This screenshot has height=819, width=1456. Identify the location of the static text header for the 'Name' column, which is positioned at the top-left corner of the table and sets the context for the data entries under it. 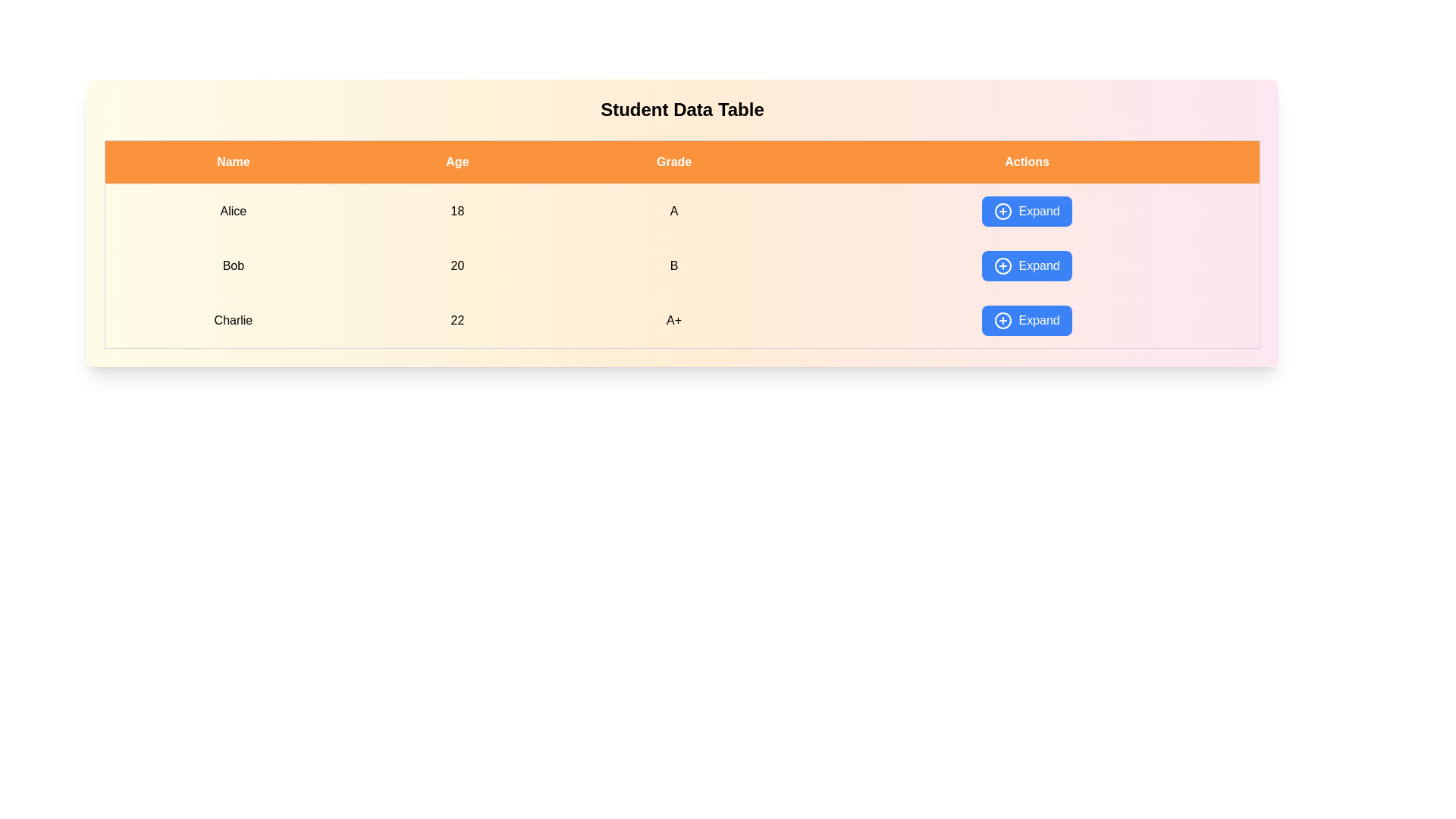
(232, 162).